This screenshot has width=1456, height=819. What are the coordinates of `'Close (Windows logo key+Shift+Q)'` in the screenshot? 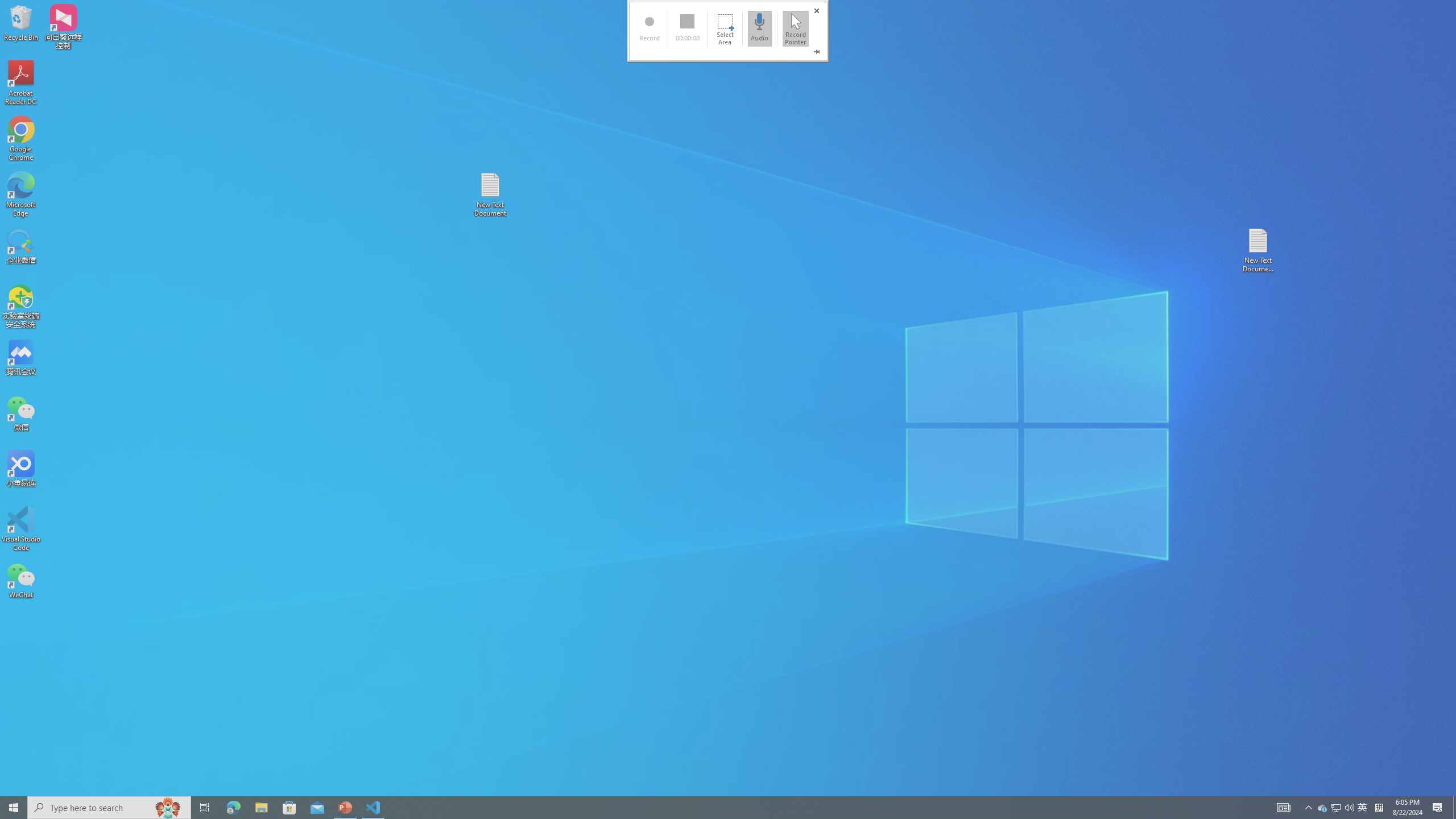 It's located at (816, 11).